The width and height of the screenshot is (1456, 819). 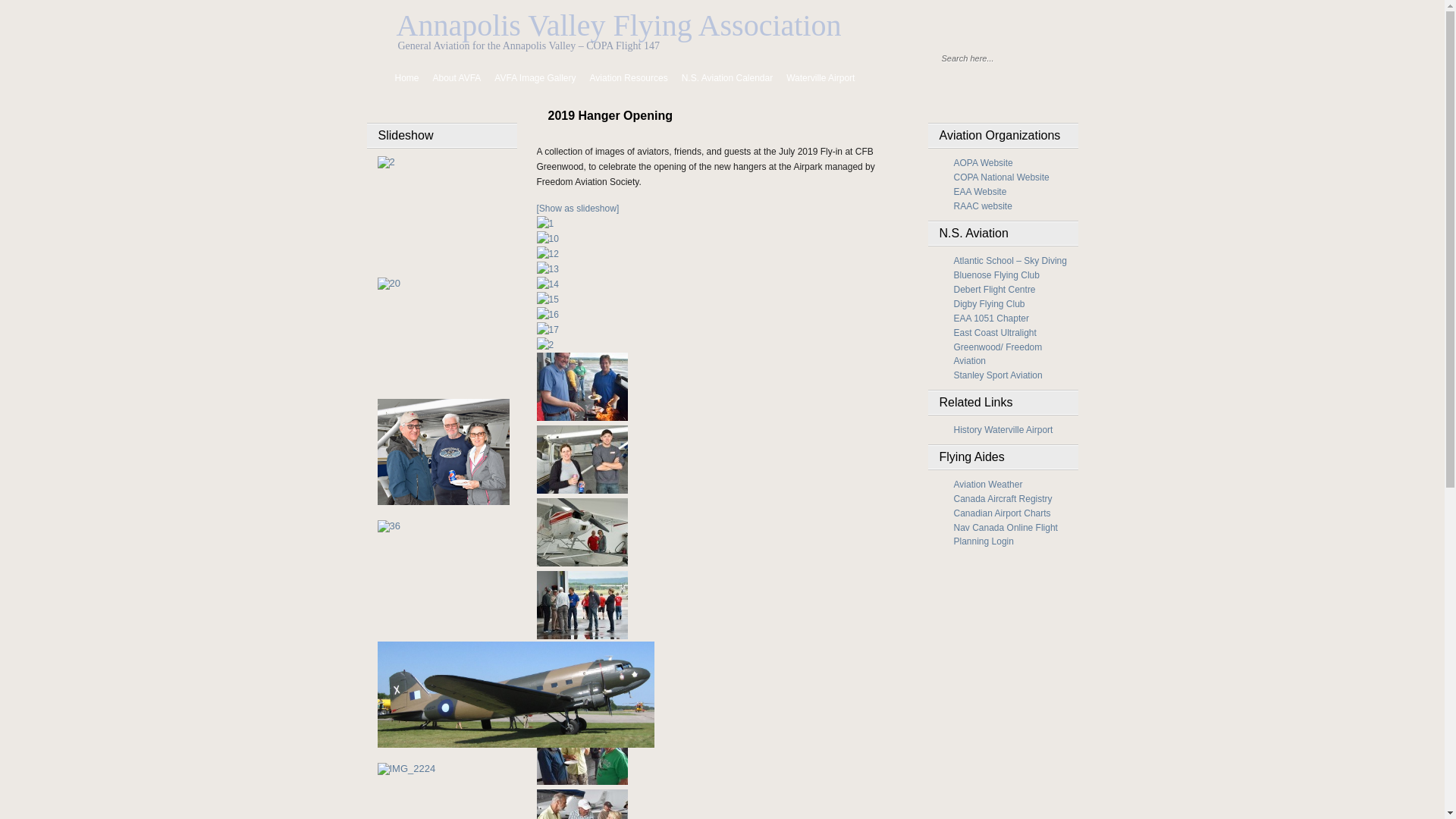 I want to click on 'Digby Flying Club', so click(x=990, y=304).